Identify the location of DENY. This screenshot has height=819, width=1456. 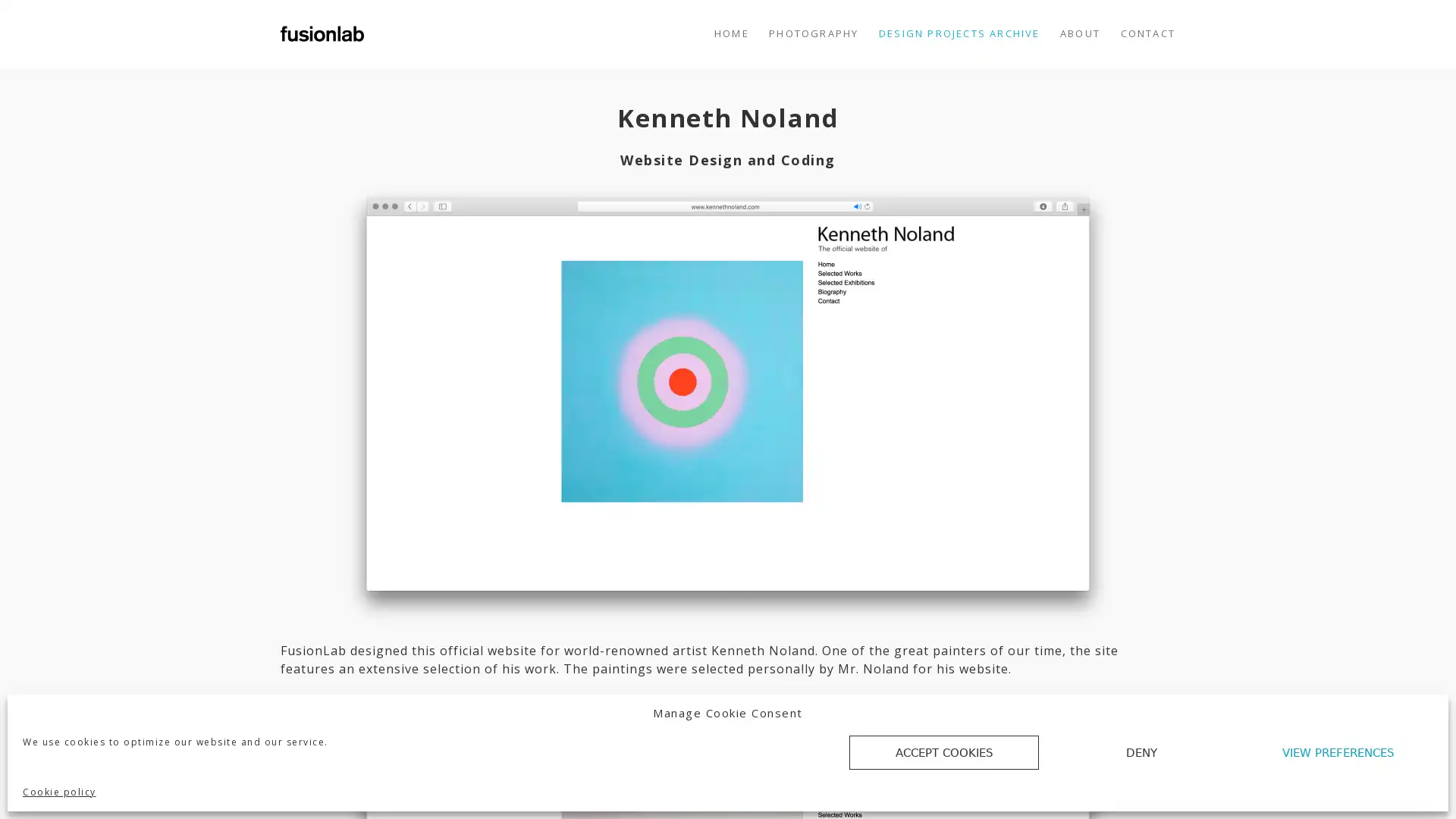
(1141, 752).